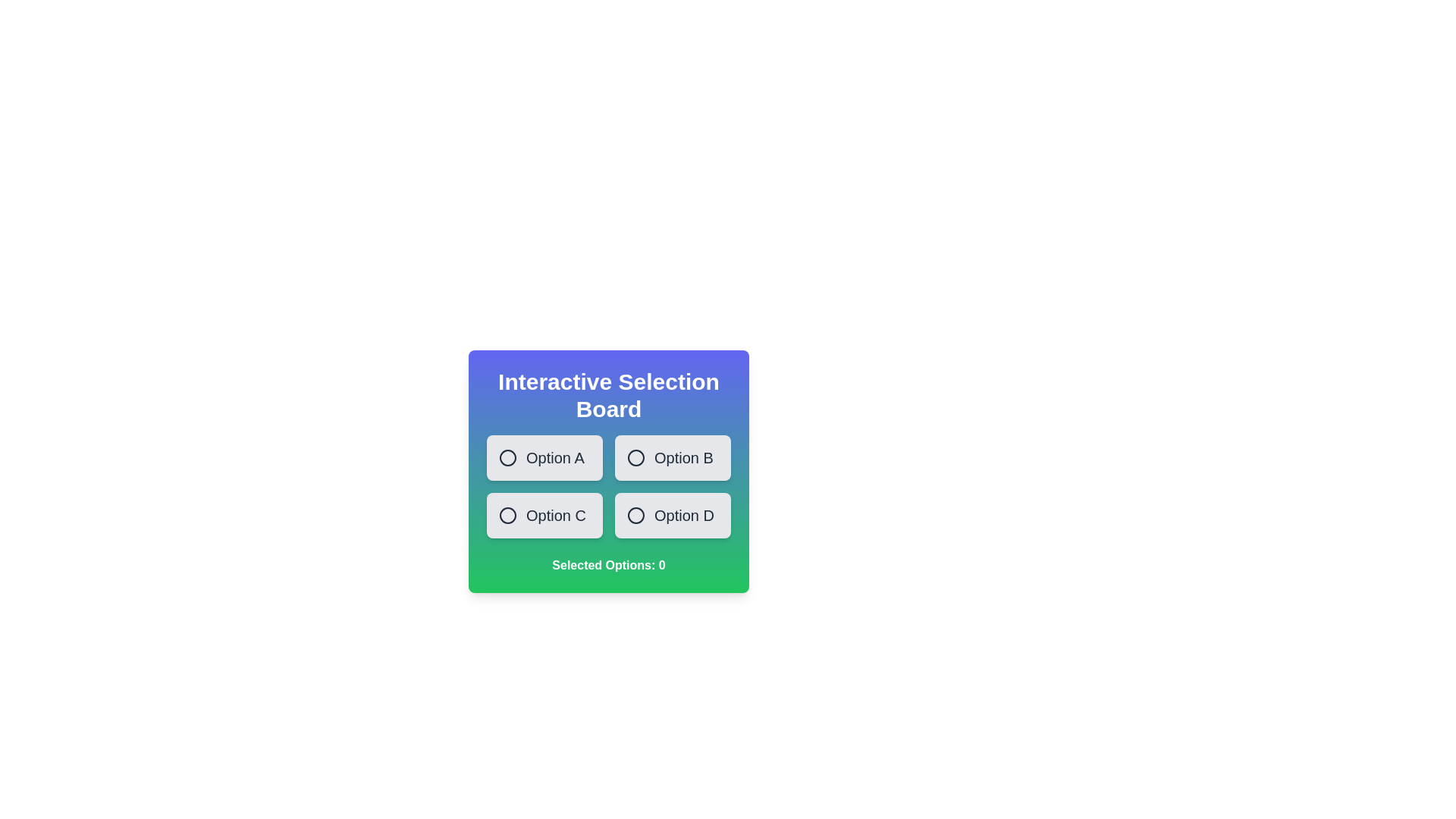 The image size is (1456, 819). Describe the element at coordinates (544, 514) in the screenshot. I see `the option Option C to observe the visual feedback` at that location.